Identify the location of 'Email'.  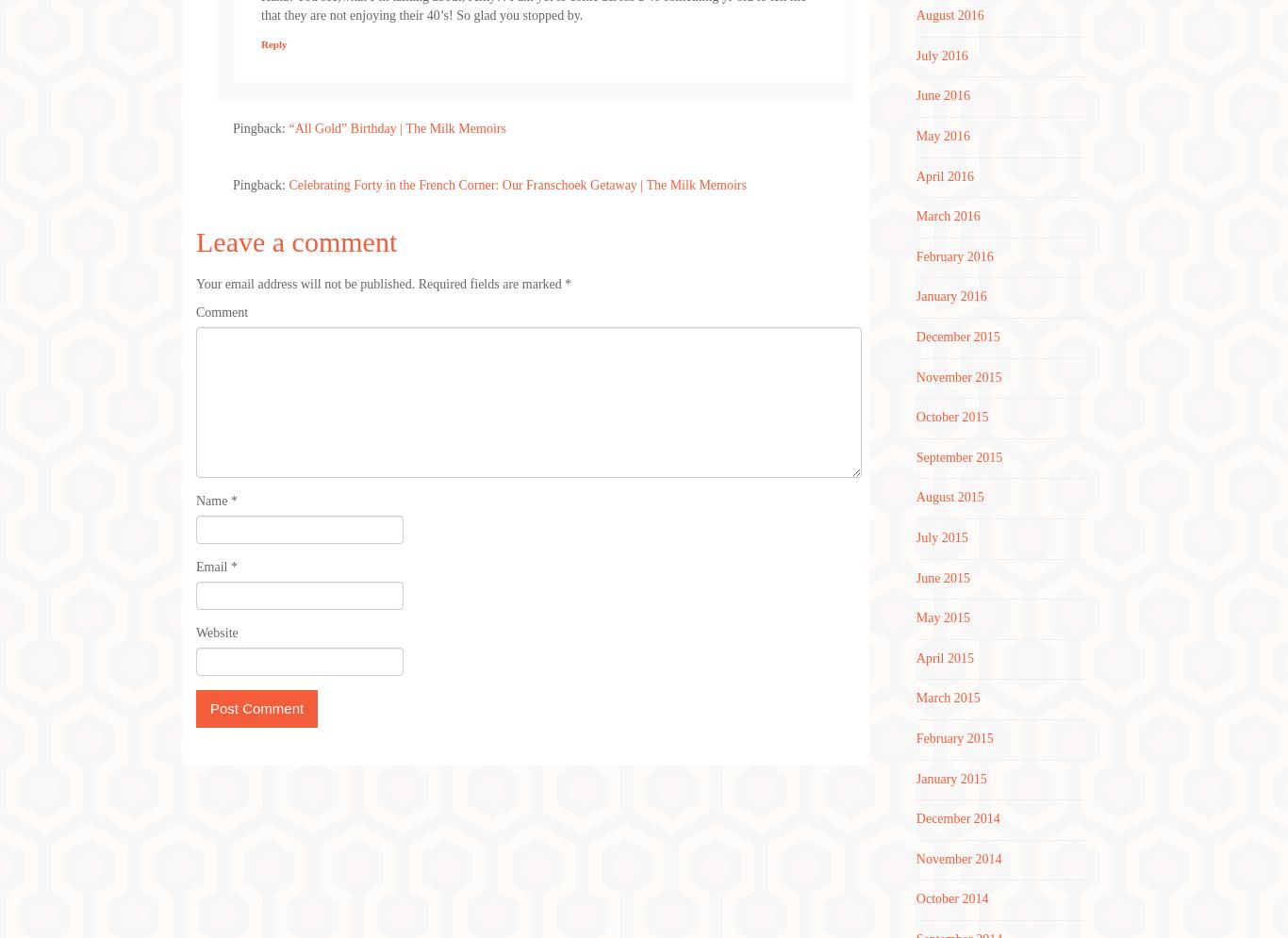
(195, 566).